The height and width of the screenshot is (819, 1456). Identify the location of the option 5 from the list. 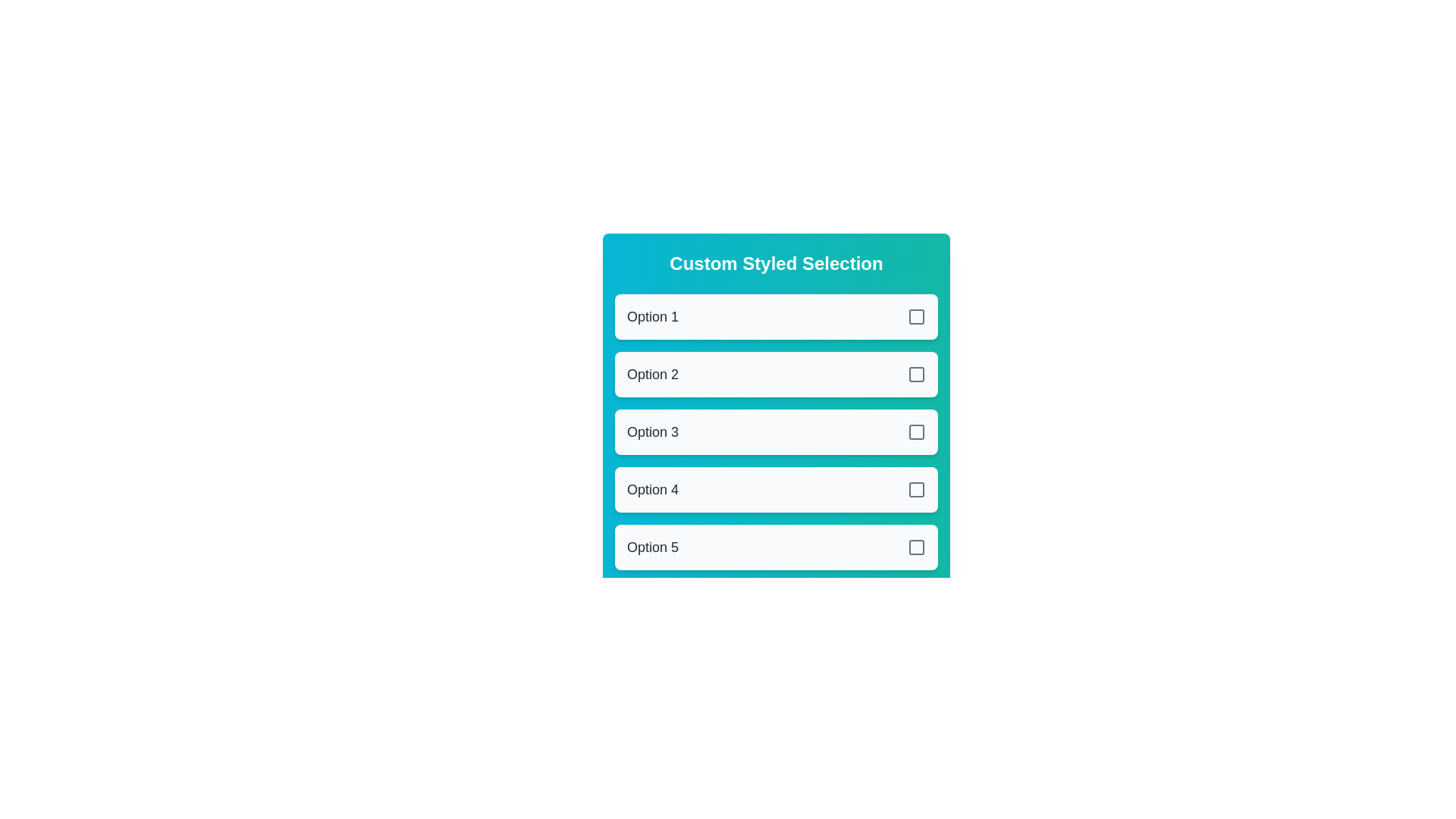
(776, 547).